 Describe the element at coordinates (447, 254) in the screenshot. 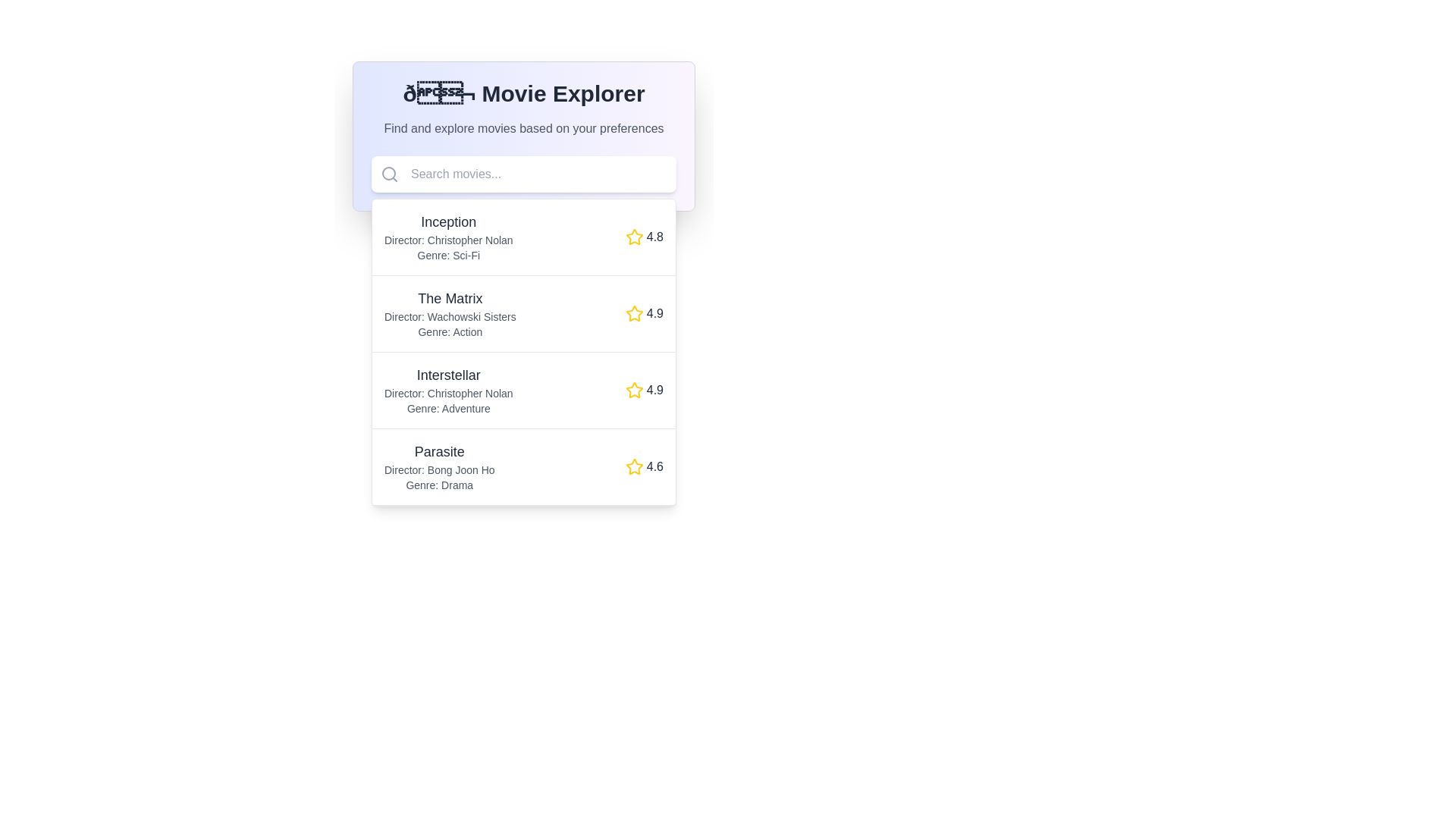

I see `text label conveying the genre of the movie 'Inception', which is located below the 'Director: Christopher Nolan' text and above the second listed movie` at that location.